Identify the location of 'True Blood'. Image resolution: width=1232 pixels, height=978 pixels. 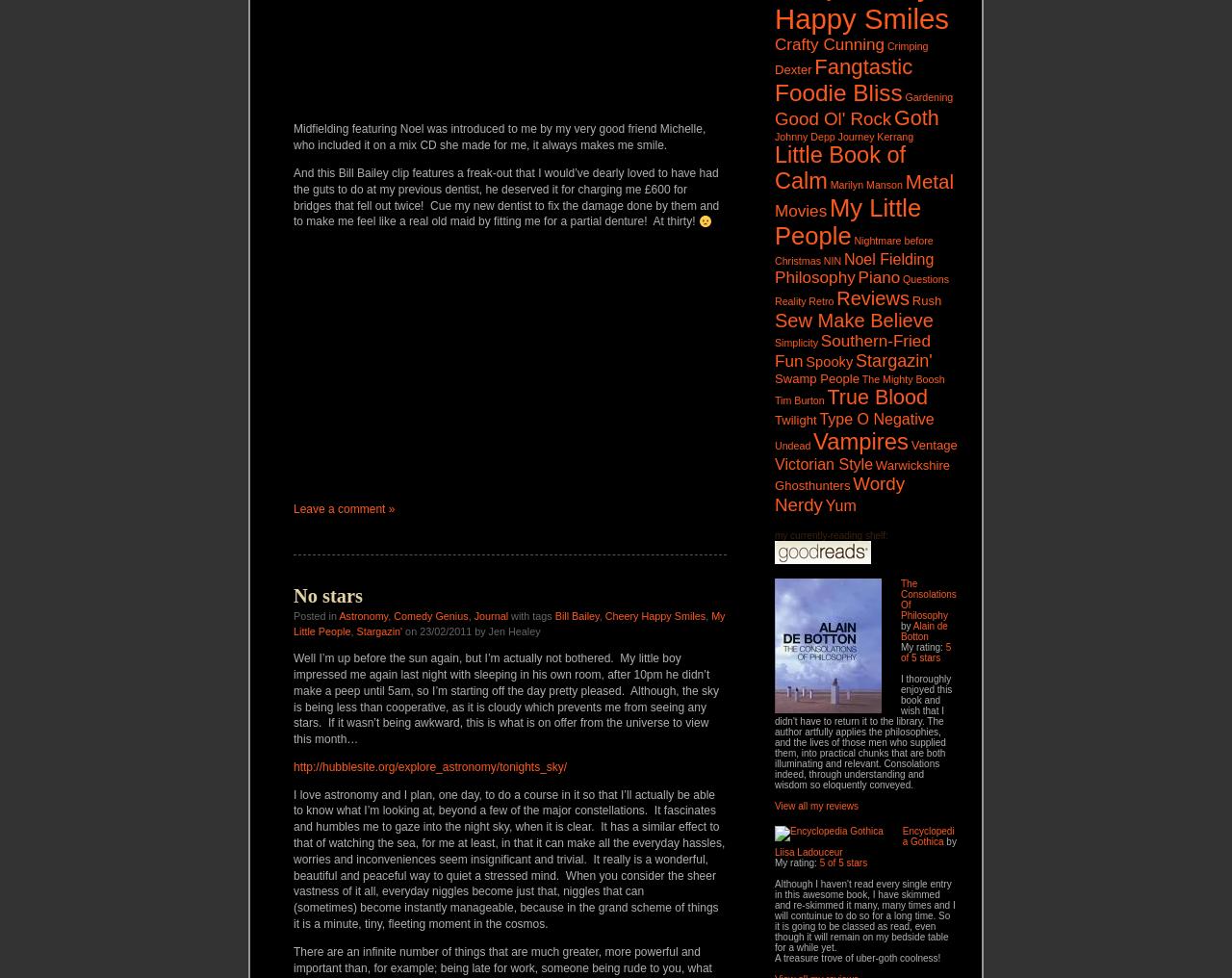
(876, 395).